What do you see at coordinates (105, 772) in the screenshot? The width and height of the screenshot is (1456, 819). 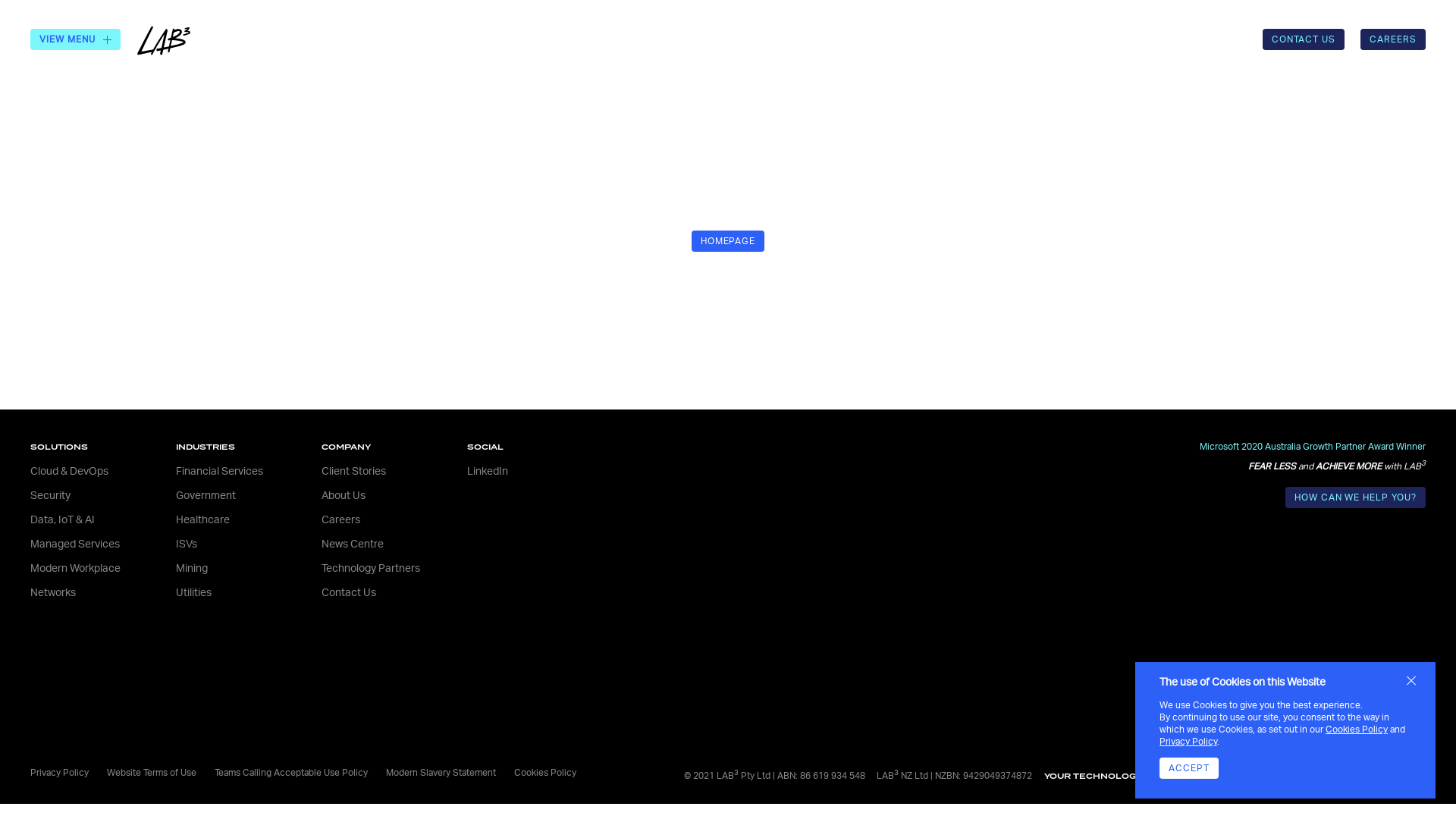 I see `'Website Terms of Use'` at bounding box center [105, 772].